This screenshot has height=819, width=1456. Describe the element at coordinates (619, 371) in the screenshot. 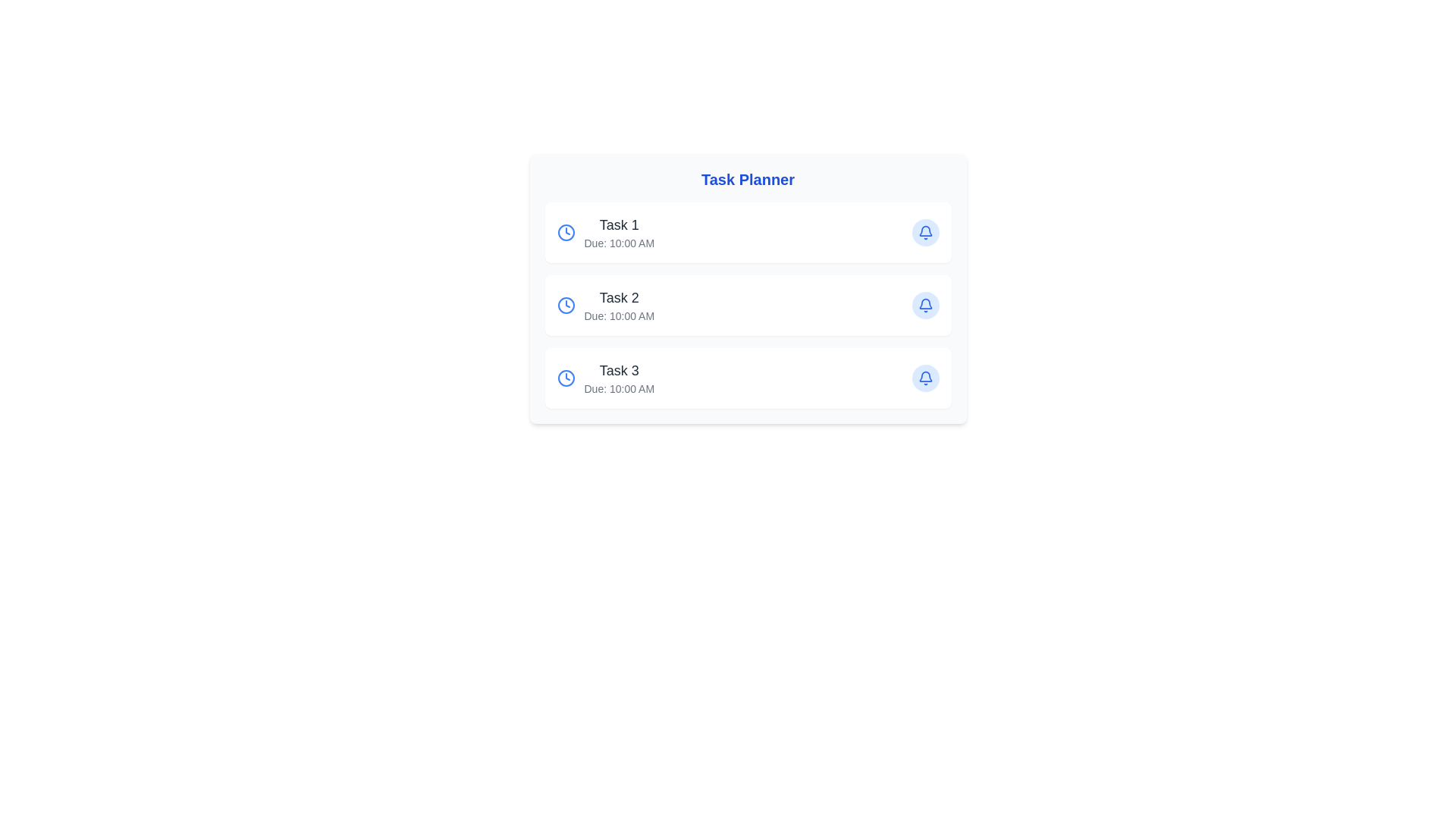

I see `the static text label that represents the title of the third task in the task list, which is centrally aligned in the box for 'Task 3'` at that location.